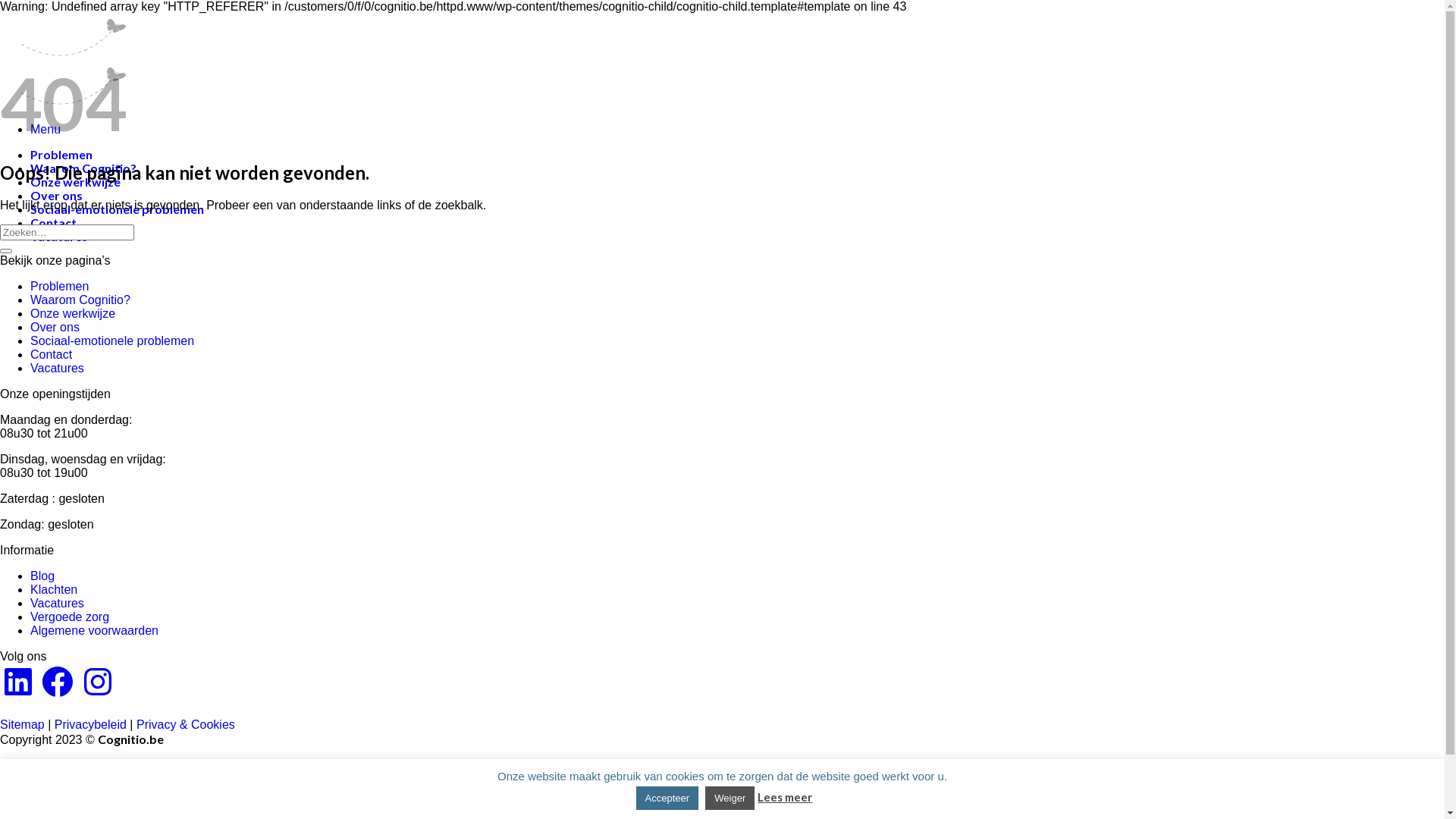  What do you see at coordinates (45, 128) in the screenshot?
I see `'Menu'` at bounding box center [45, 128].